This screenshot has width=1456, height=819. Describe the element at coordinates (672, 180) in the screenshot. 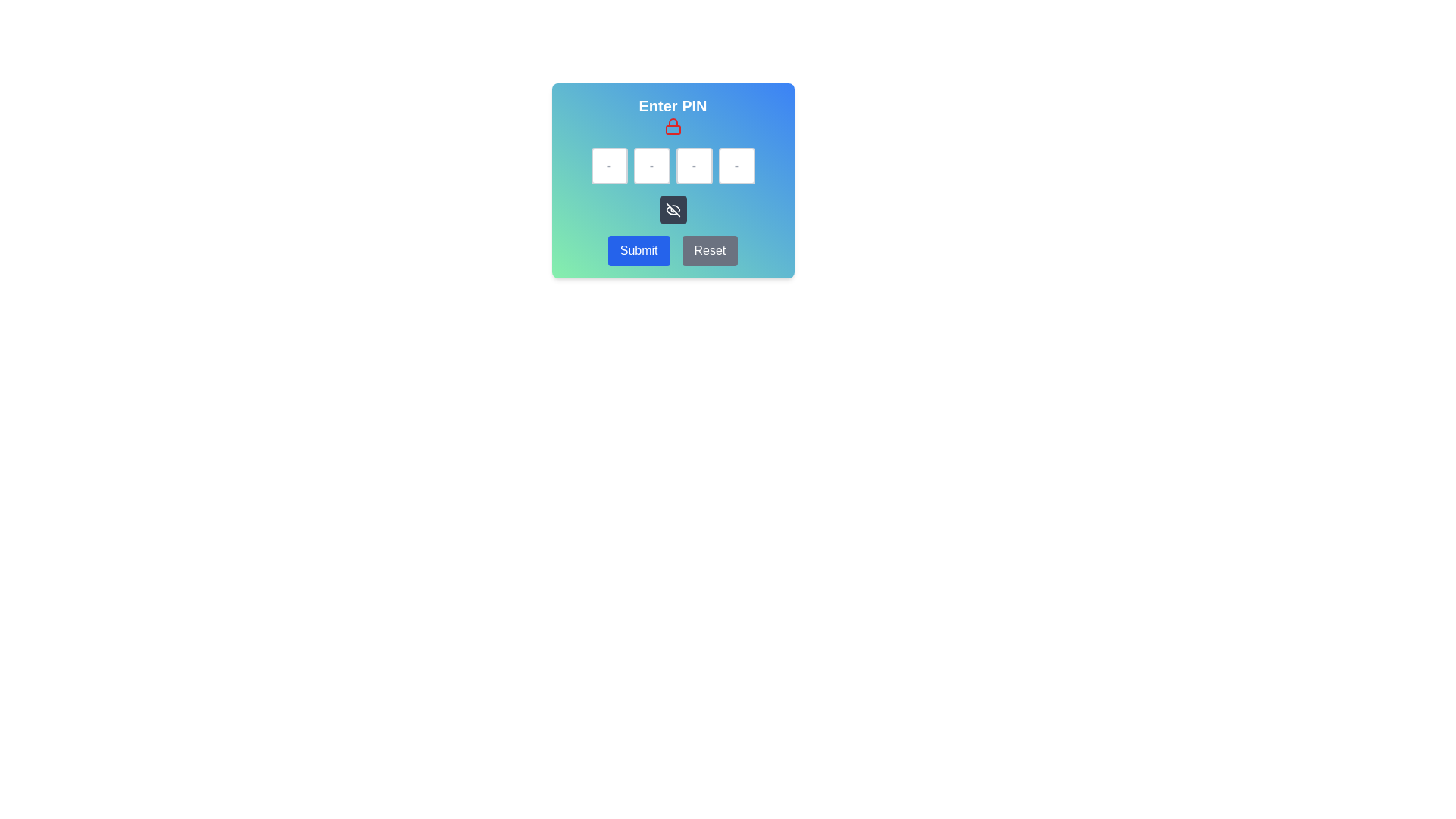

I see `the Visibility toggle button` at that location.